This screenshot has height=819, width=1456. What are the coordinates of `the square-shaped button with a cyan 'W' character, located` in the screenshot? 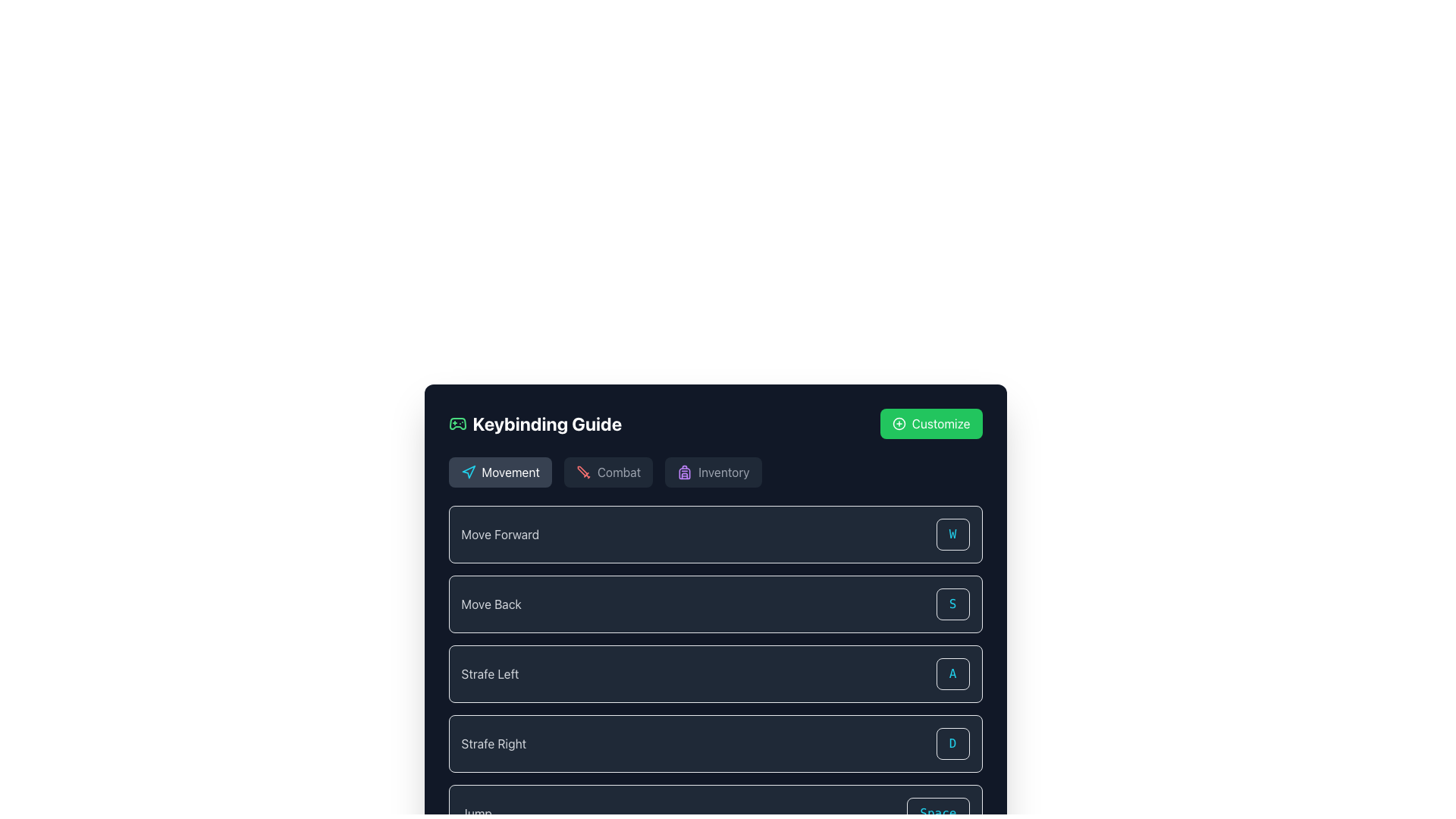 It's located at (952, 534).